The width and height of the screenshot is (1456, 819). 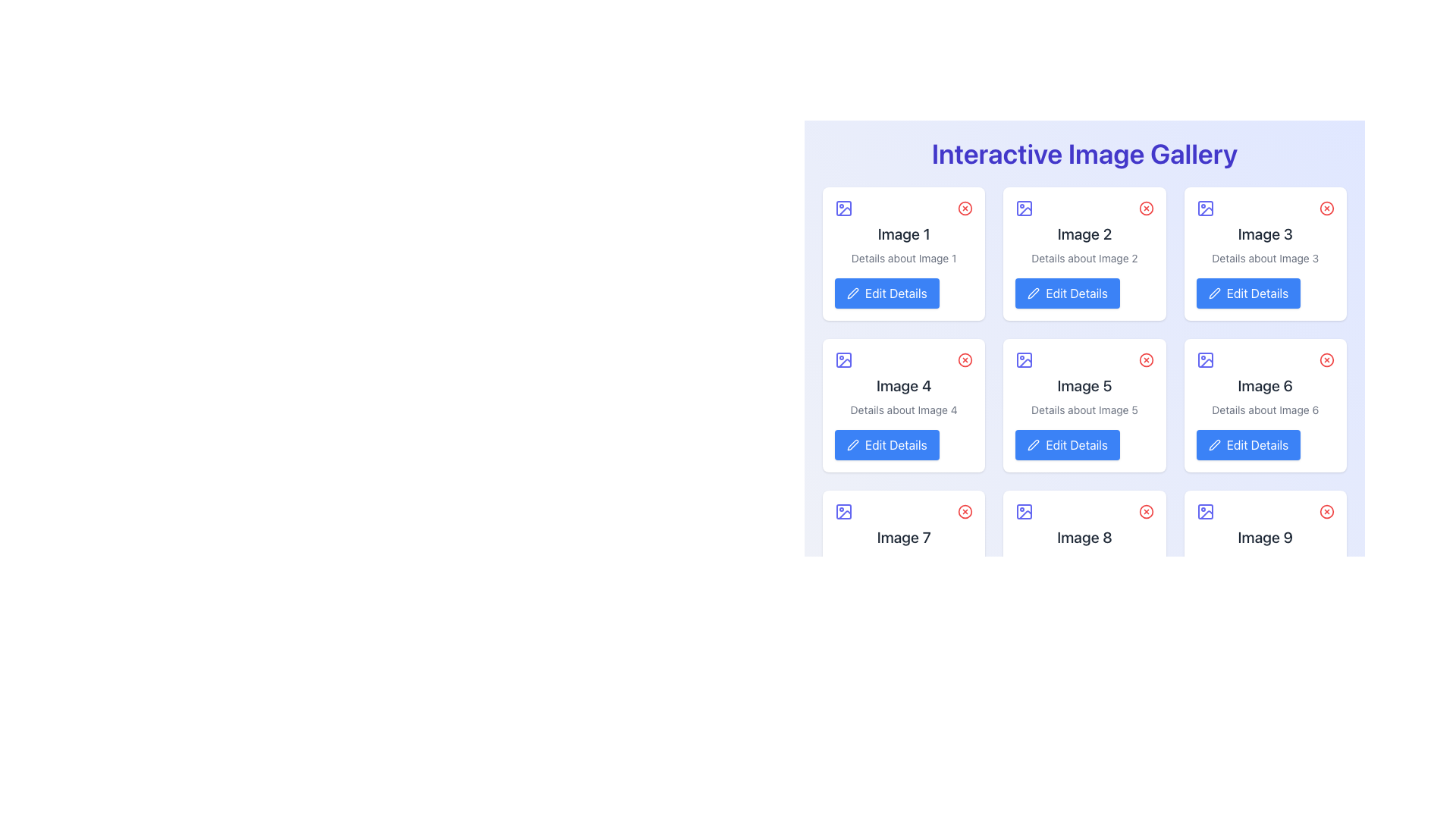 I want to click on the pen icon located within the 'Edit Details' button on the card labeled 'Image 5' in the interactive image gallery, so click(x=1033, y=444).